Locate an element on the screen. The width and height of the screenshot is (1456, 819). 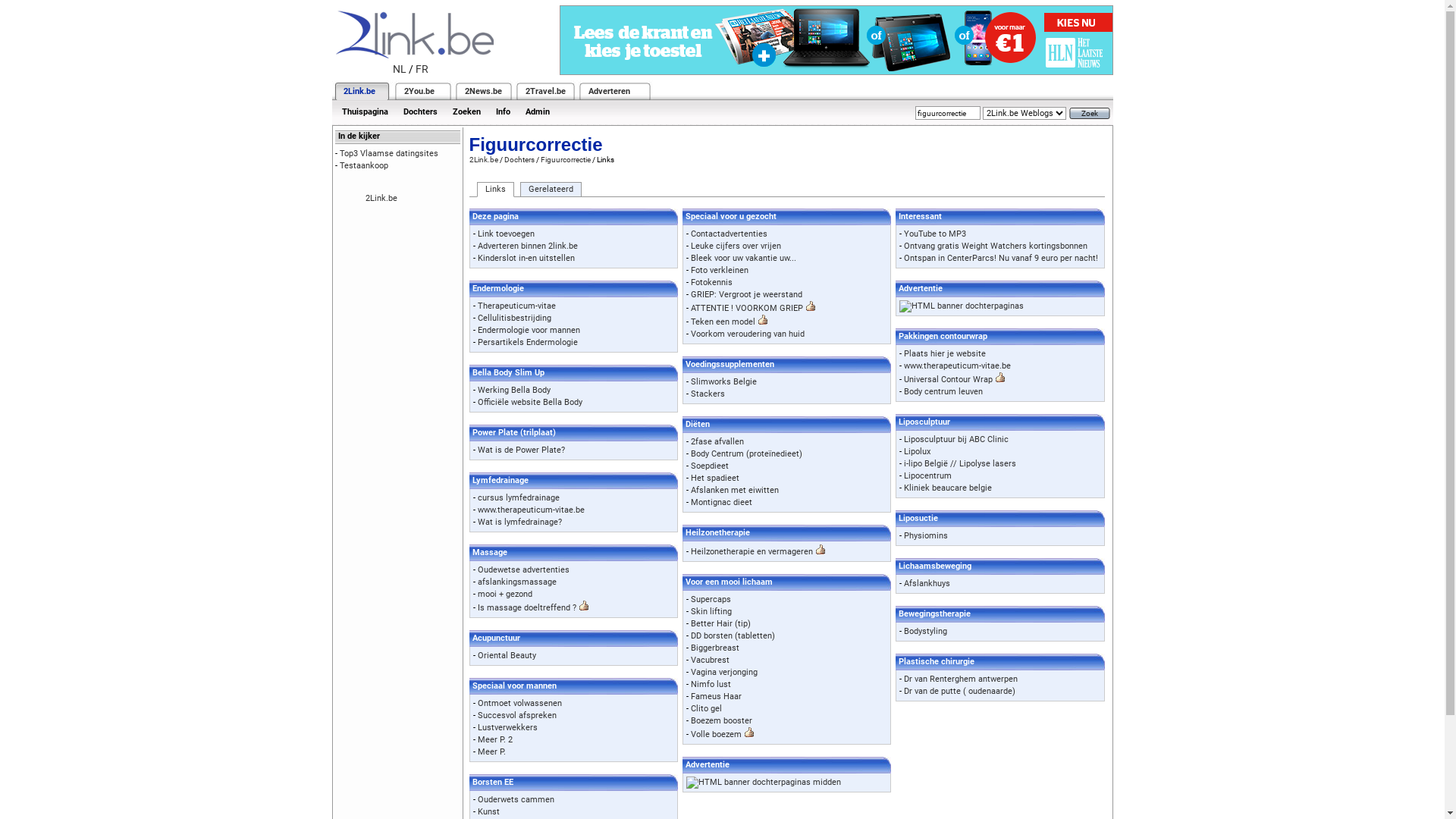
'Links' is located at coordinates (494, 189).